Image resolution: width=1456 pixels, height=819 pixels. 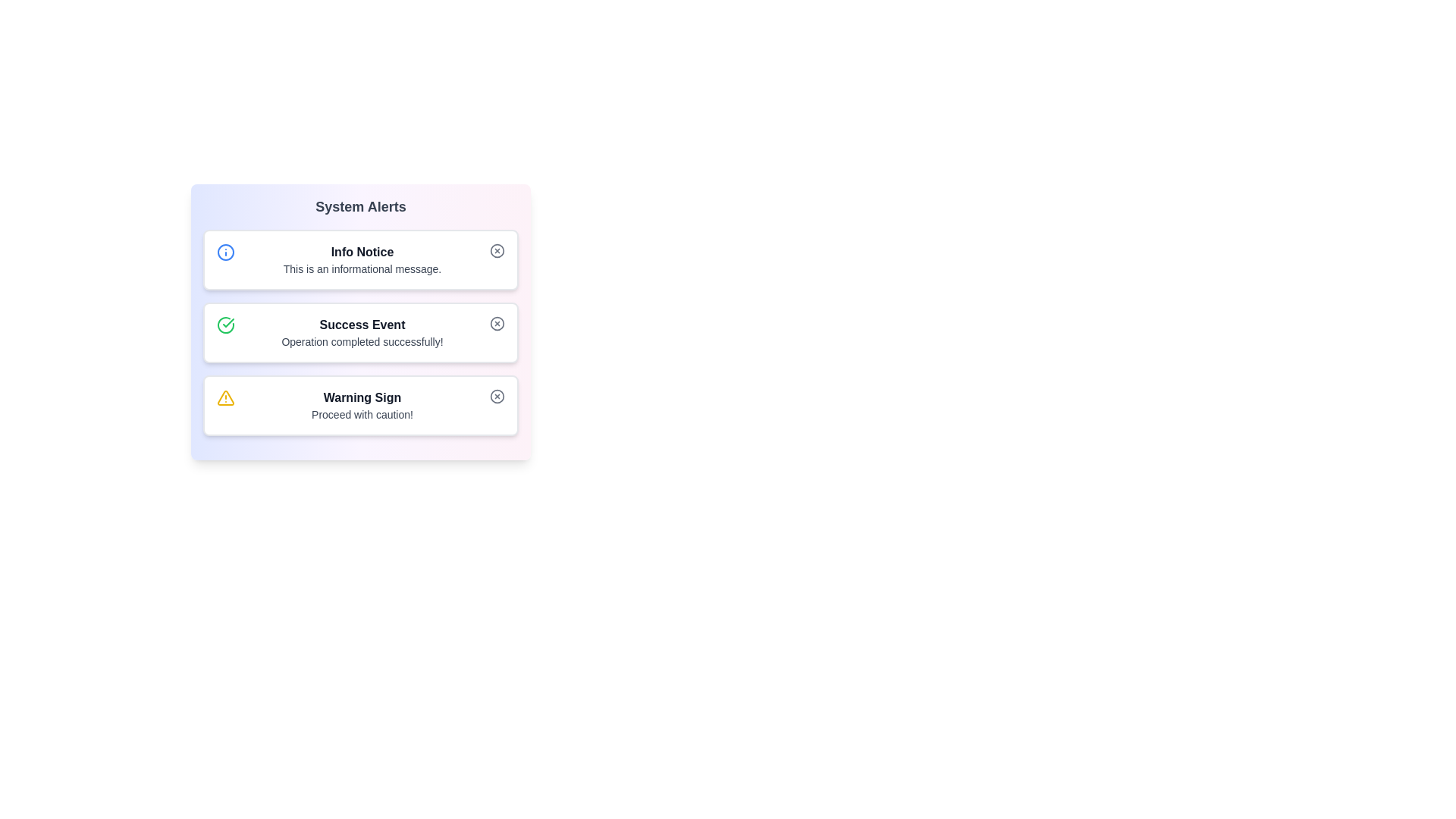 What do you see at coordinates (224, 324) in the screenshot?
I see `the alert icon of type success` at bounding box center [224, 324].